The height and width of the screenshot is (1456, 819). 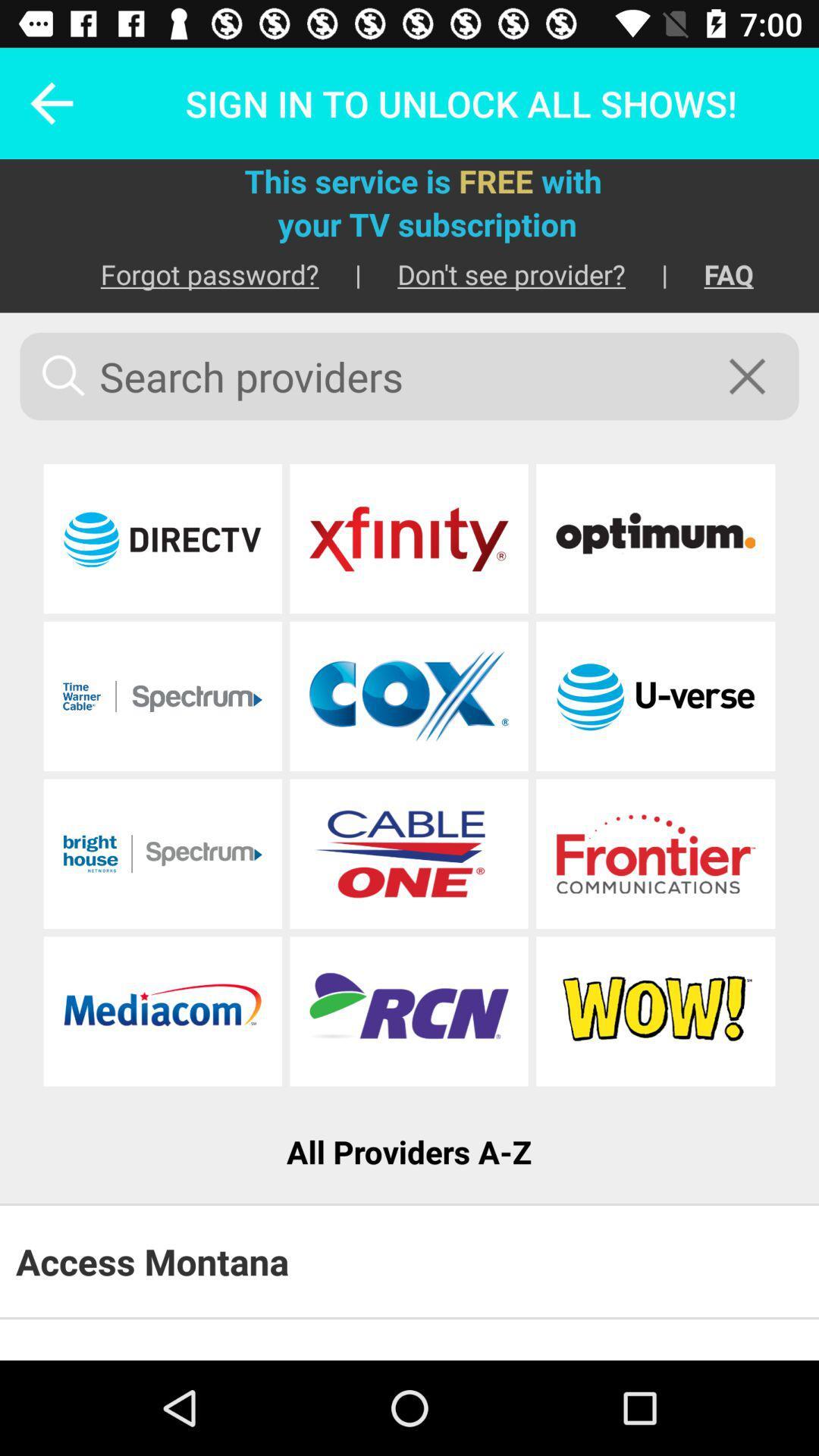 What do you see at coordinates (654, 854) in the screenshot?
I see `result` at bounding box center [654, 854].